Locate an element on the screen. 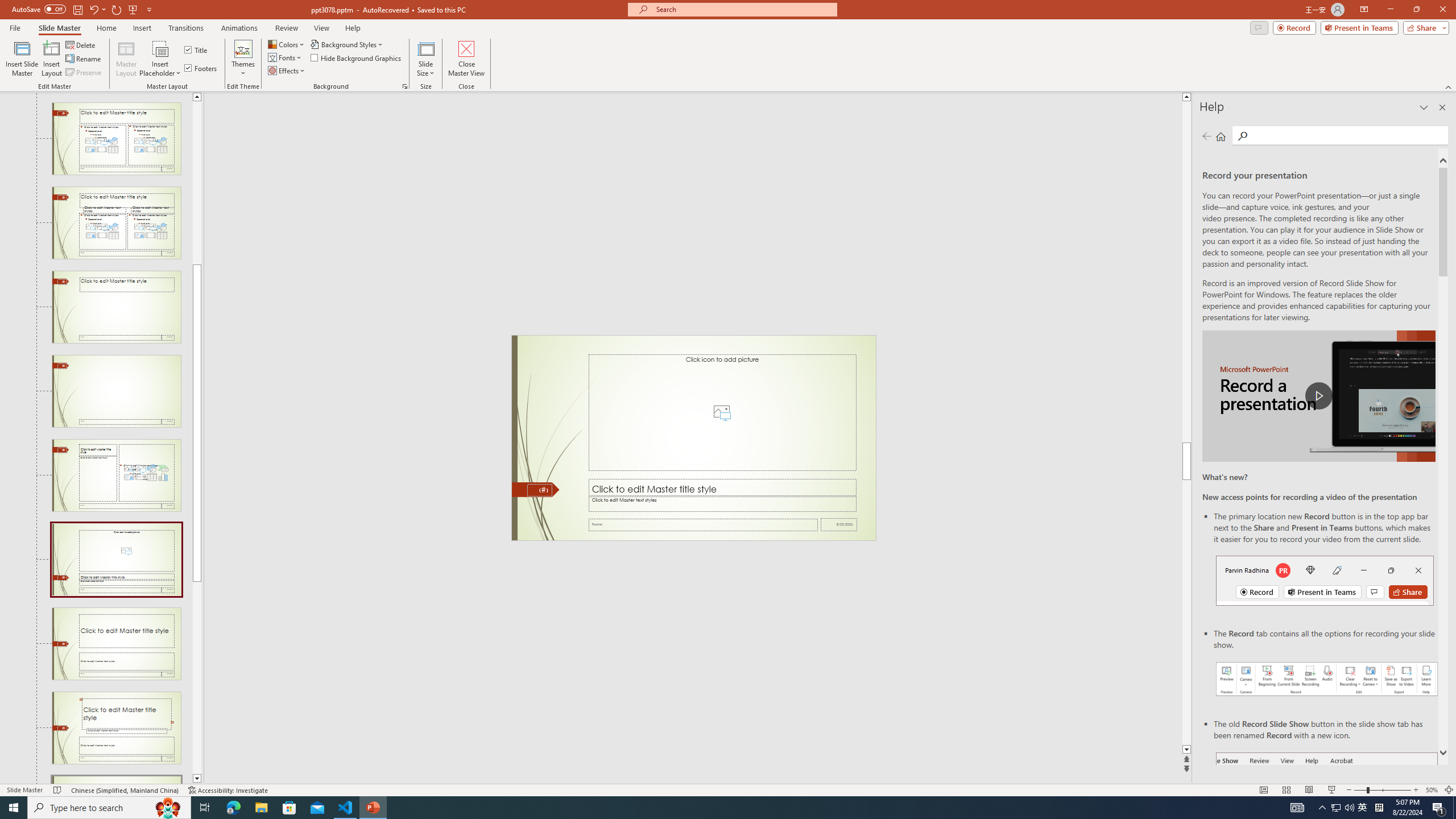  'Close pane' is located at coordinates (1442, 107).